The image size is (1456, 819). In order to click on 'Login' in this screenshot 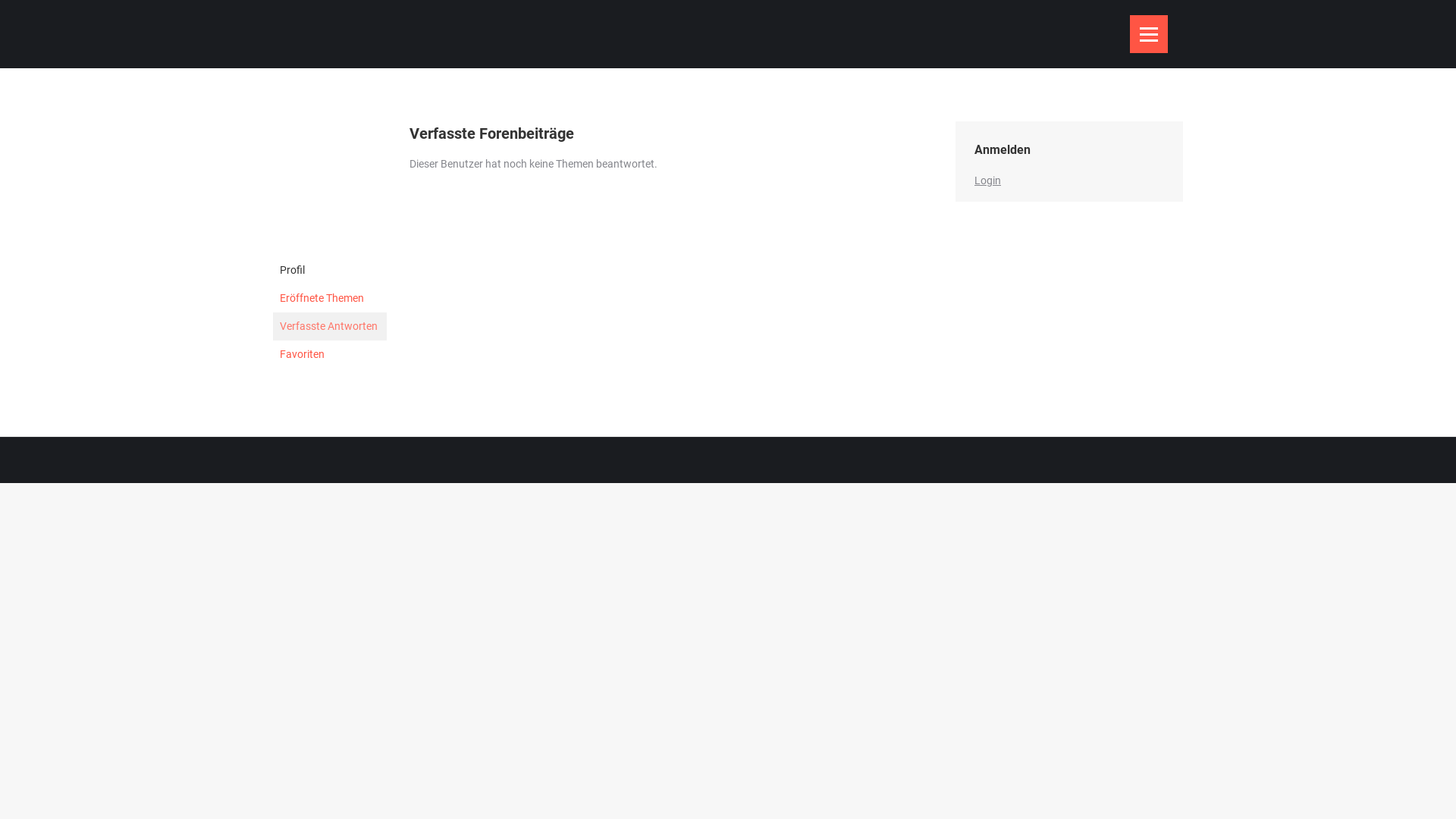, I will do `click(987, 180)`.